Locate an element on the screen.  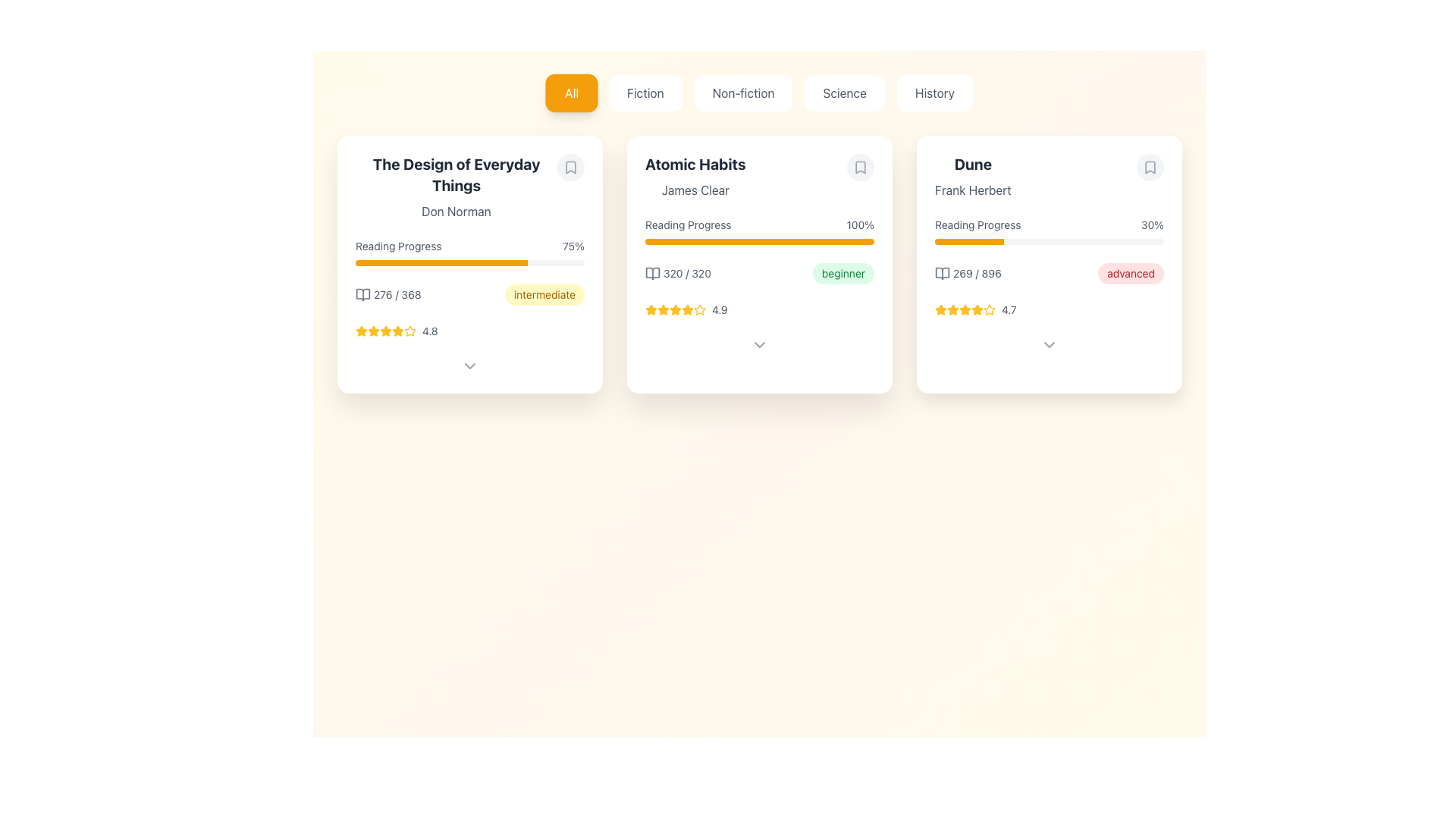
the third rating star icon in the sequence of five stars on the 'Dune' card is located at coordinates (964, 309).